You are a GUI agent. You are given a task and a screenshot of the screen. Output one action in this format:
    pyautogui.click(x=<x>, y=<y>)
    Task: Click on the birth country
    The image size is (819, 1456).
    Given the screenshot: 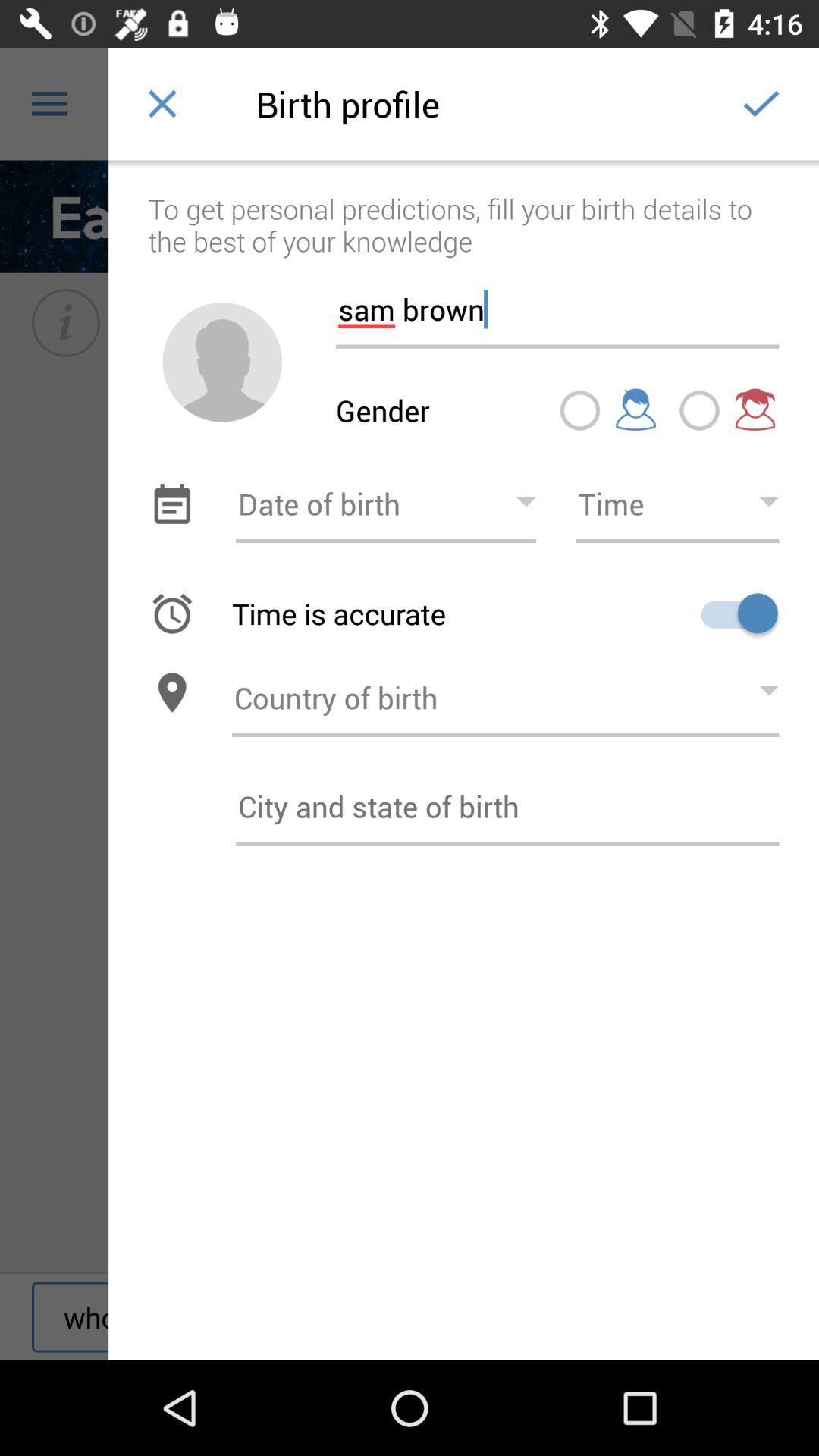 What is the action you would take?
    pyautogui.click(x=505, y=692)
    